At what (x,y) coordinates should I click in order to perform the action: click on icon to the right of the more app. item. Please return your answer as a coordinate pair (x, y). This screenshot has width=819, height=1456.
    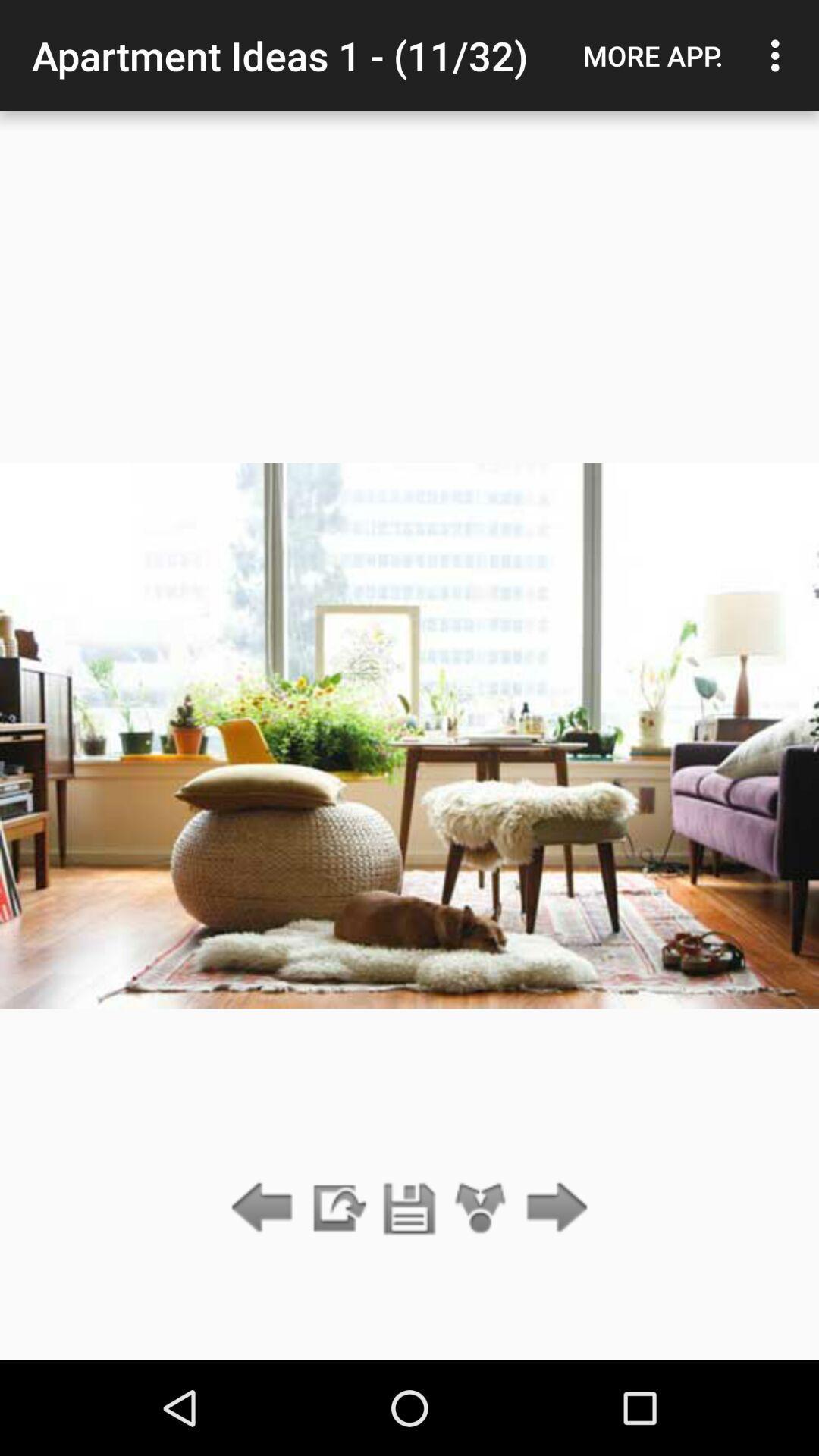
    Looking at the image, I should click on (779, 55).